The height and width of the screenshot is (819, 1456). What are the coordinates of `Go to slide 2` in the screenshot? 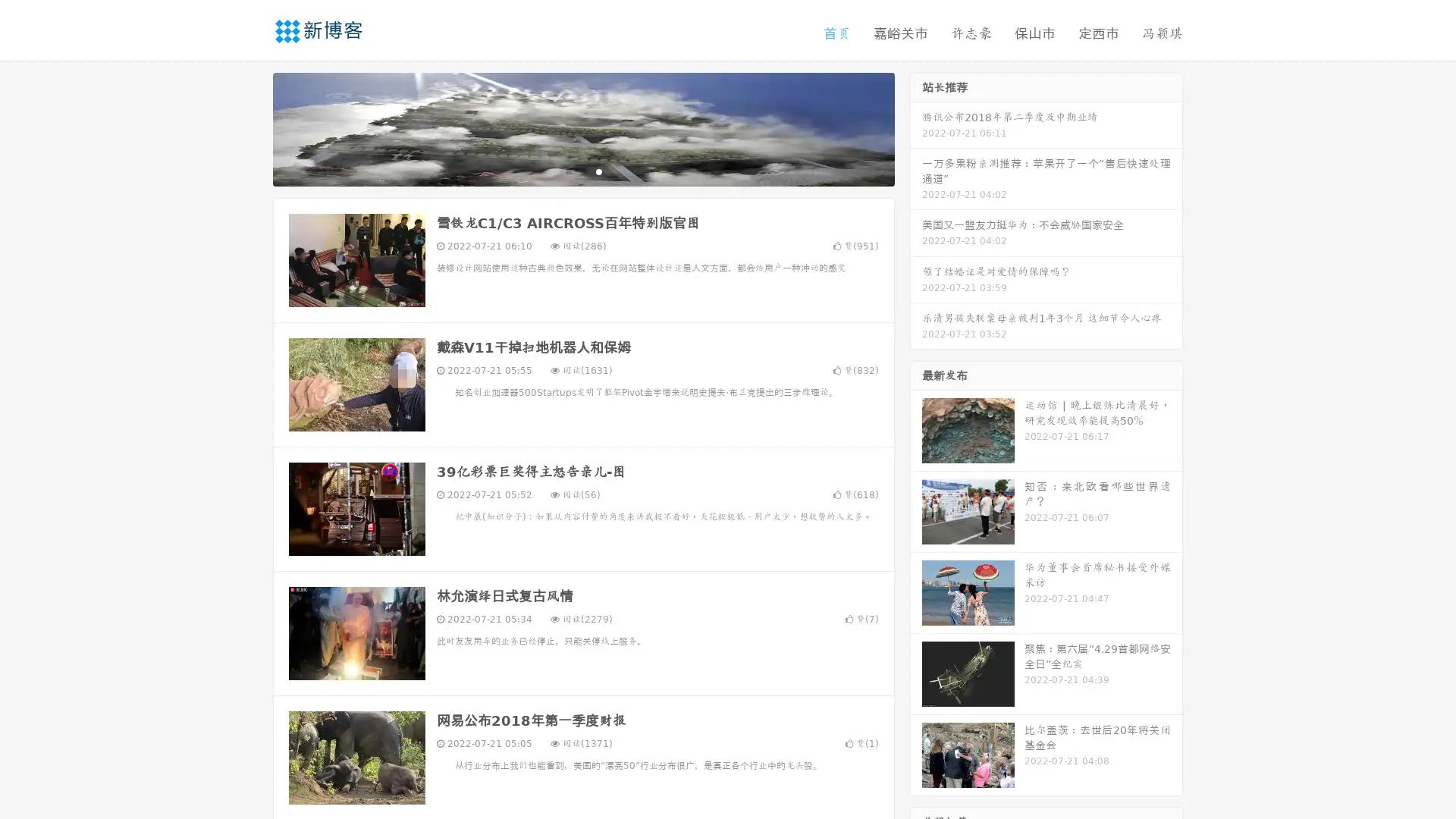 It's located at (582, 171).